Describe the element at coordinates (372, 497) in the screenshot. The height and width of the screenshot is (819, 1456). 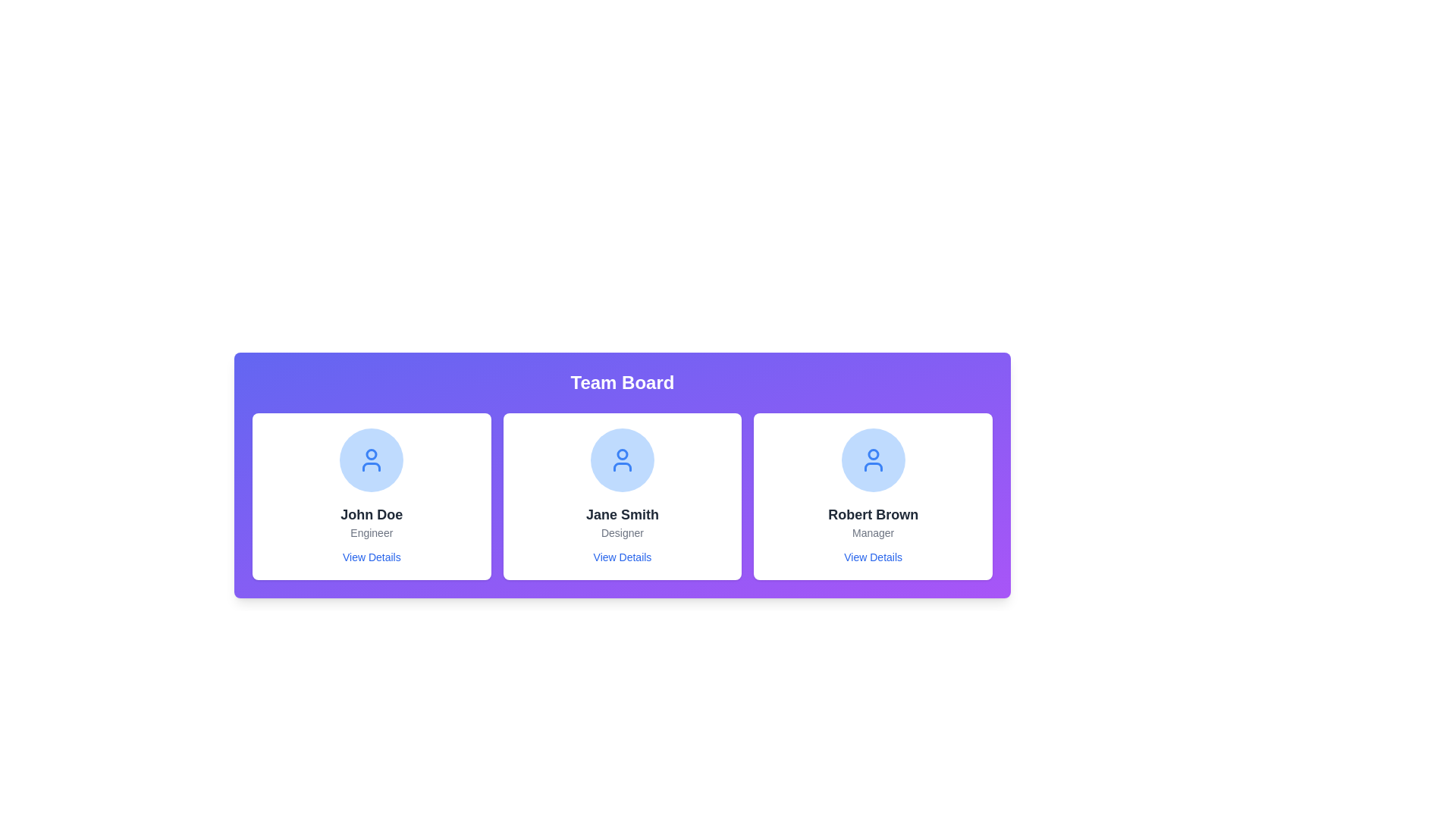
I see `the user profile card, which is the first card in a horizontally aligned group of three elements` at that location.